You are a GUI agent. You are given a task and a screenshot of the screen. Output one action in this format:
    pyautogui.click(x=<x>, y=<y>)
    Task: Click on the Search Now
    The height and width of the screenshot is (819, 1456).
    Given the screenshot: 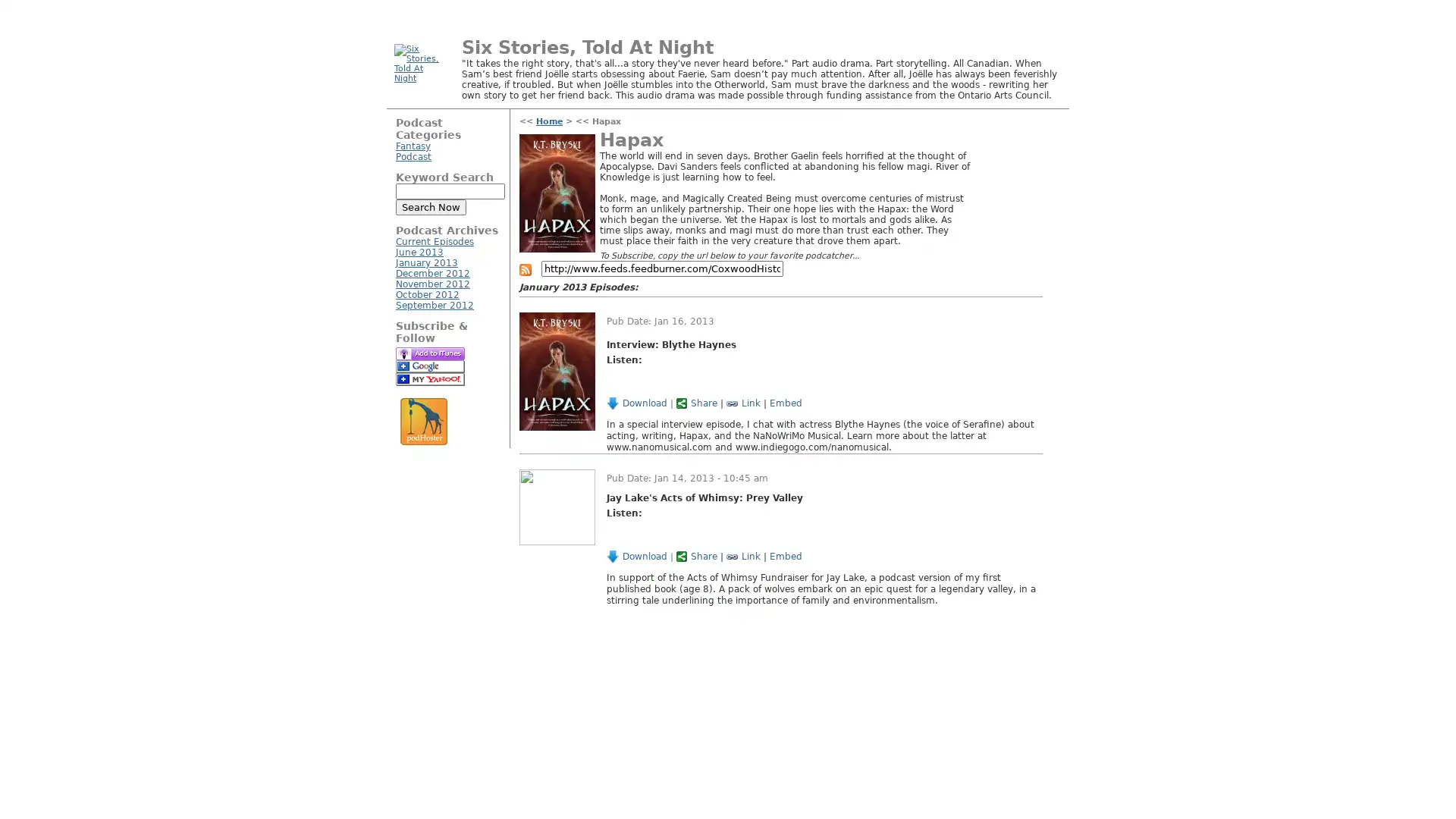 What is the action you would take?
    pyautogui.click(x=430, y=207)
    